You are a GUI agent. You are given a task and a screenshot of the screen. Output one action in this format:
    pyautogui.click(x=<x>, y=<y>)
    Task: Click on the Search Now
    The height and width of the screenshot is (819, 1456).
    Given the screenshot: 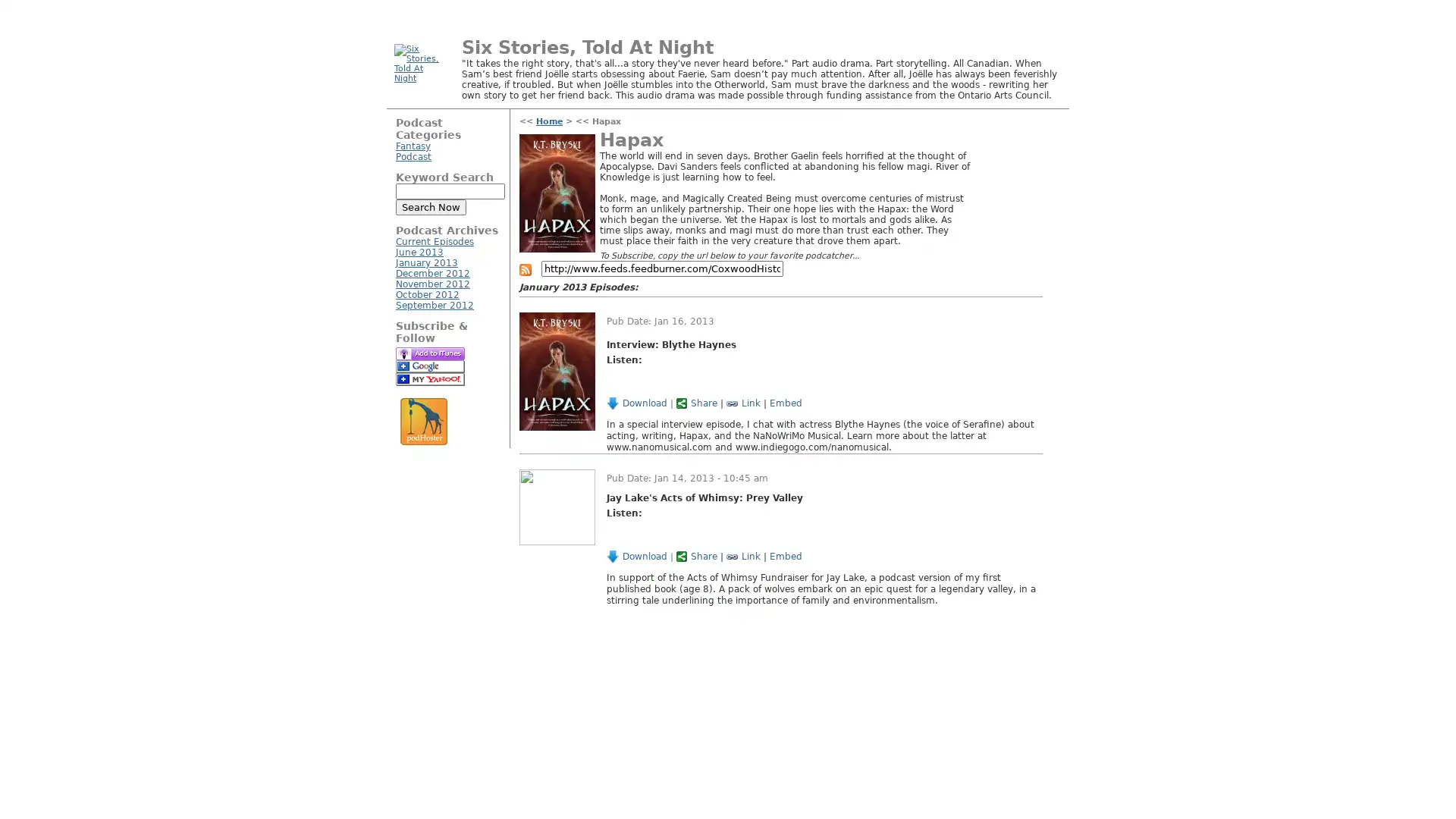 What is the action you would take?
    pyautogui.click(x=430, y=207)
    